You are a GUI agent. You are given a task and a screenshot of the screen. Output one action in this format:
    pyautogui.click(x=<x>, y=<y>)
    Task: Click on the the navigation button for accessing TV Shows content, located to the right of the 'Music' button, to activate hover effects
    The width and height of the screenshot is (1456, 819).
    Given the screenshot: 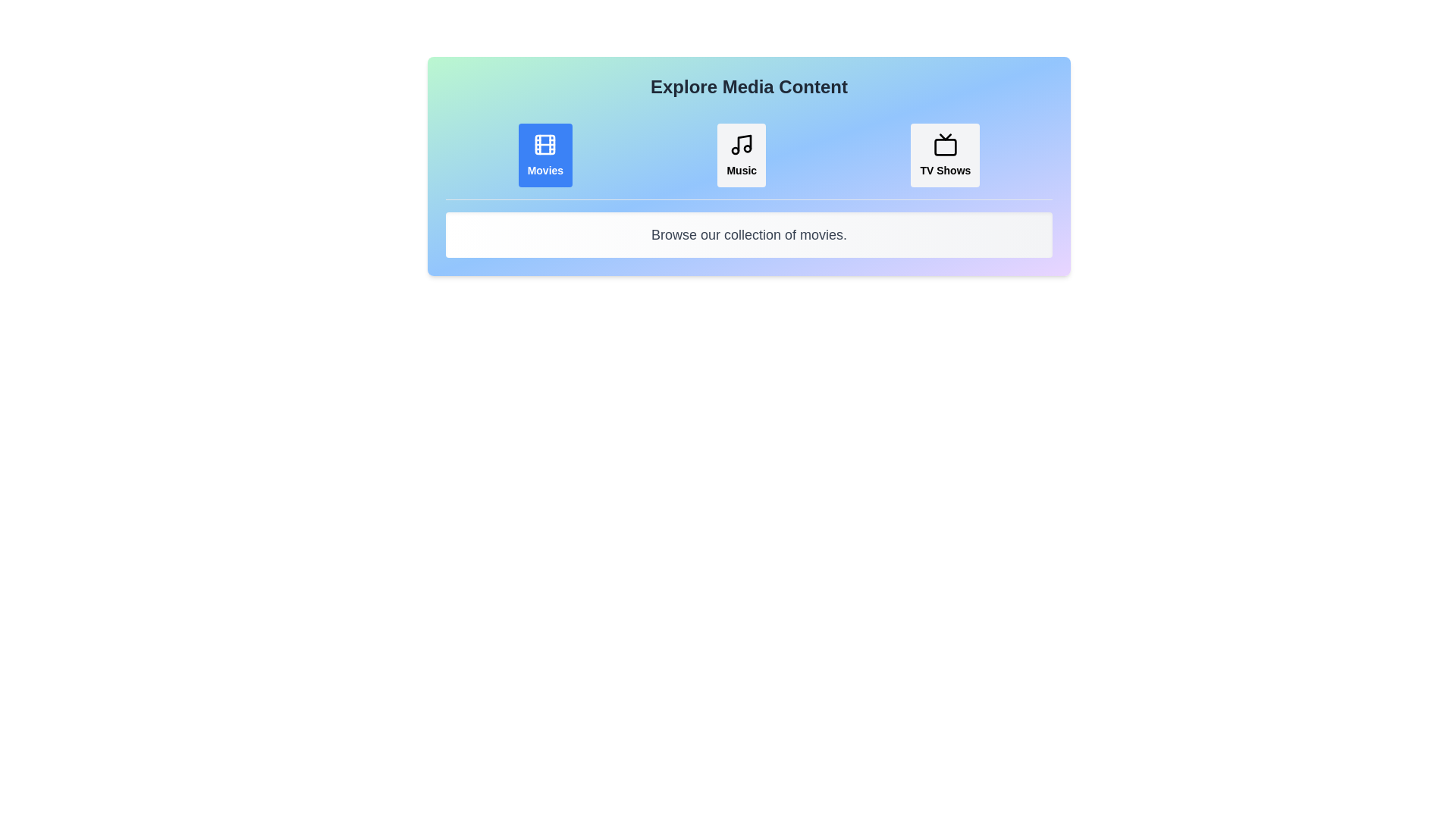 What is the action you would take?
    pyautogui.click(x=944, y=155)
    